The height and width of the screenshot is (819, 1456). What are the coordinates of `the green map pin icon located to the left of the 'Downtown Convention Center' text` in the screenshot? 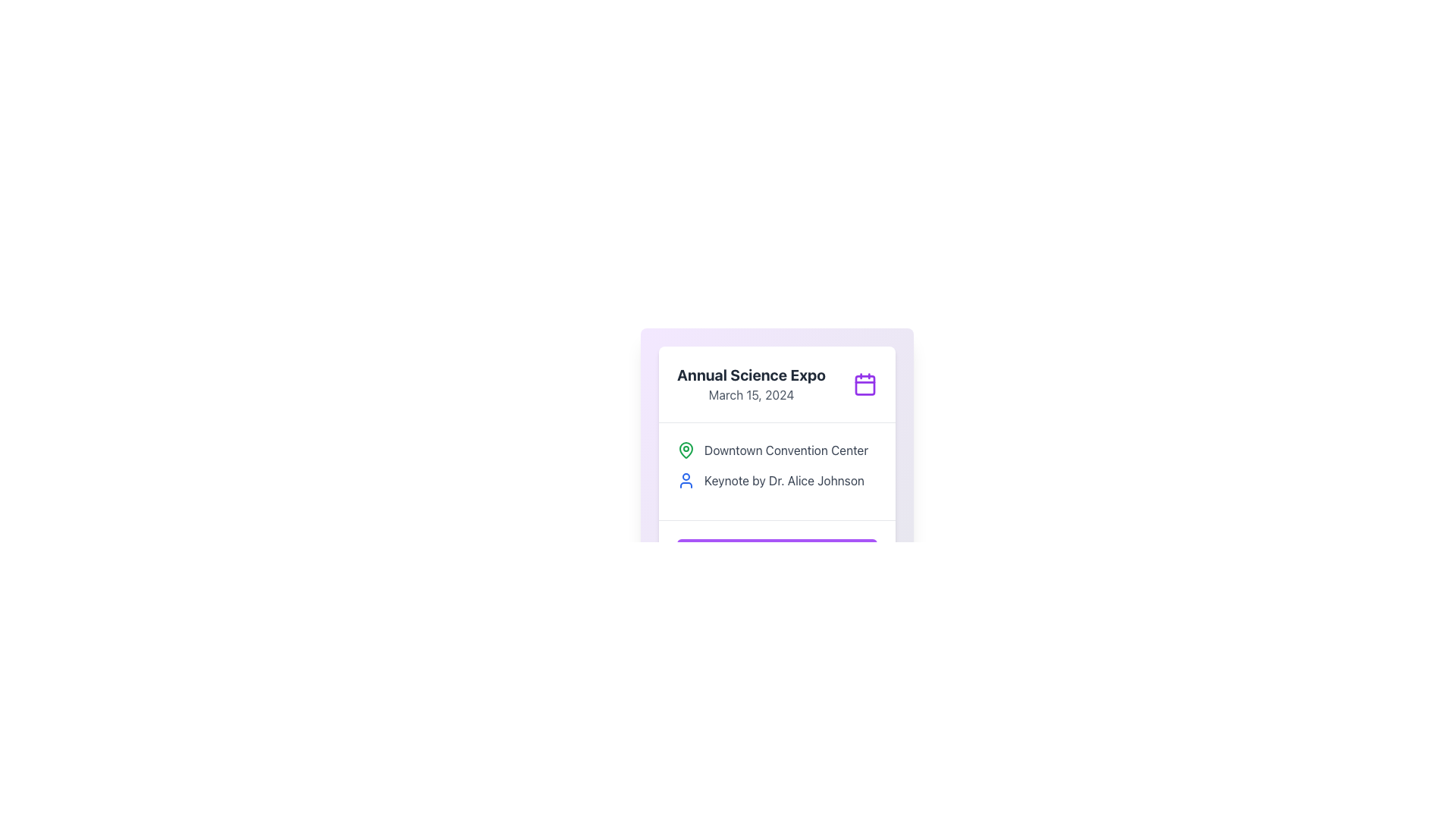 It's located at (686, 449).